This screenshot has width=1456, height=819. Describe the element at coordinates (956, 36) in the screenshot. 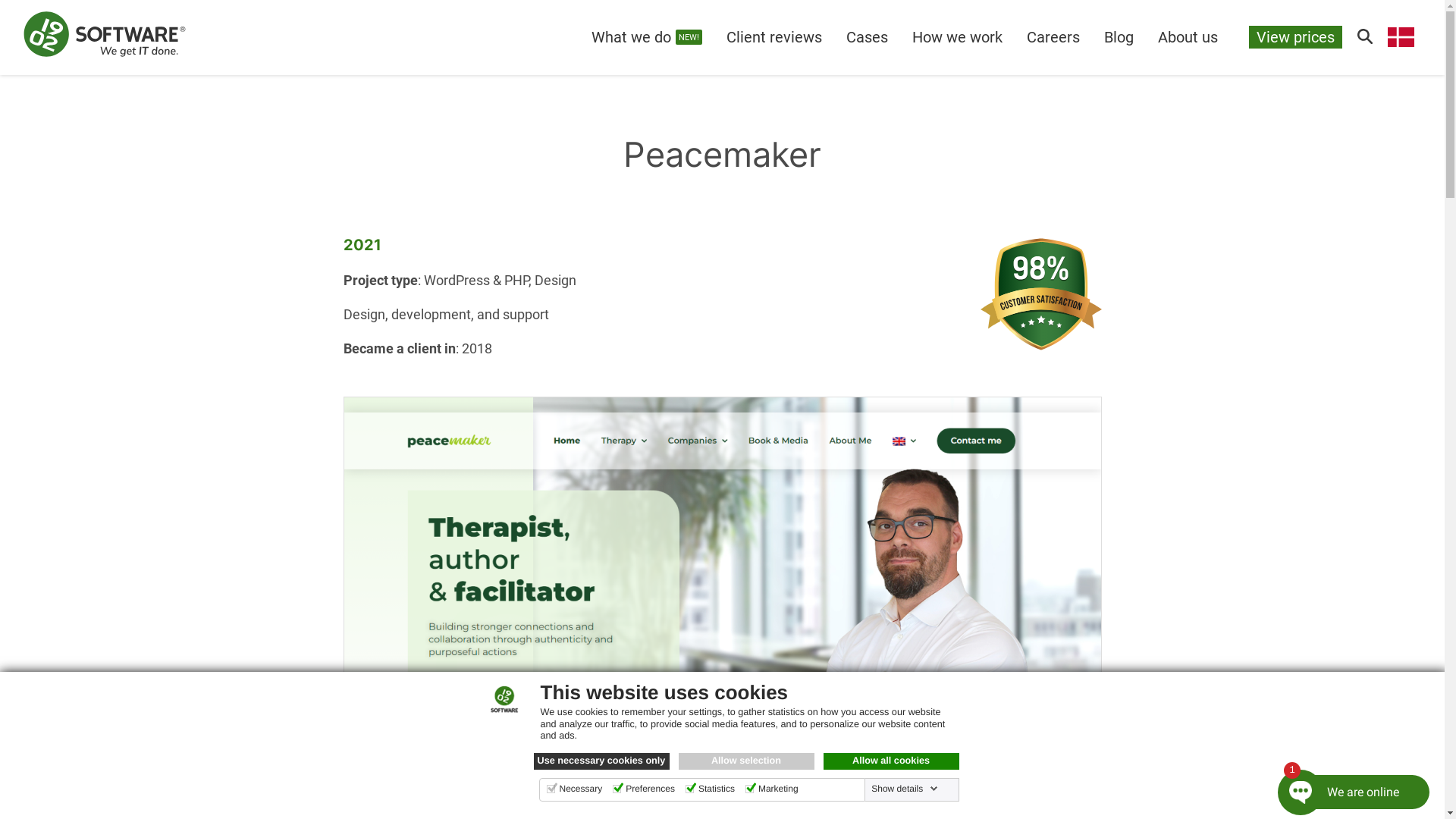

I see `'How we work'` at that location.